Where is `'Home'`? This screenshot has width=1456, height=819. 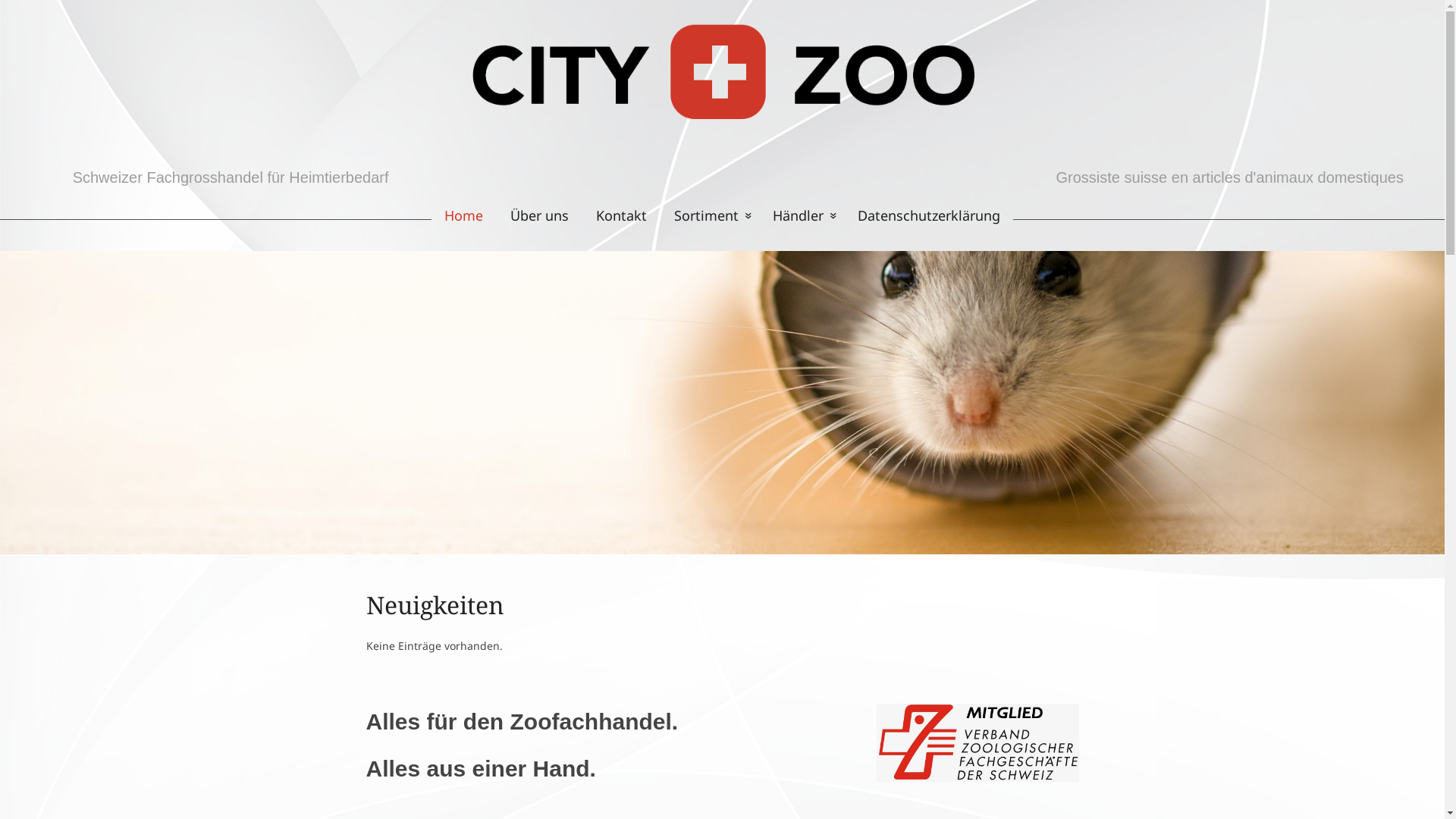 'Home' is located at coordinates (456, 215).